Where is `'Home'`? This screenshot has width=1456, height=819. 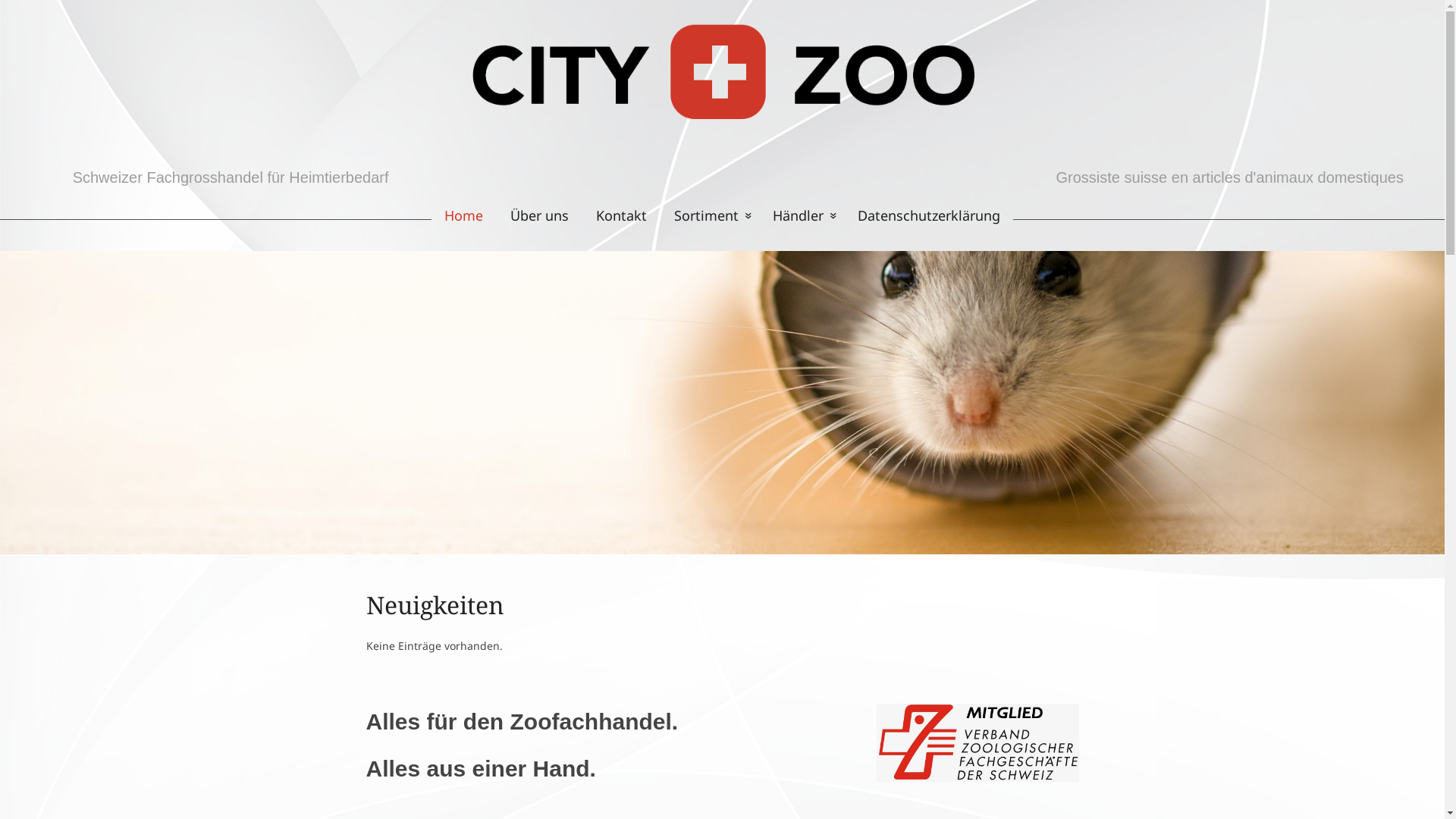 'Home' is located at coordinates (456, 215).